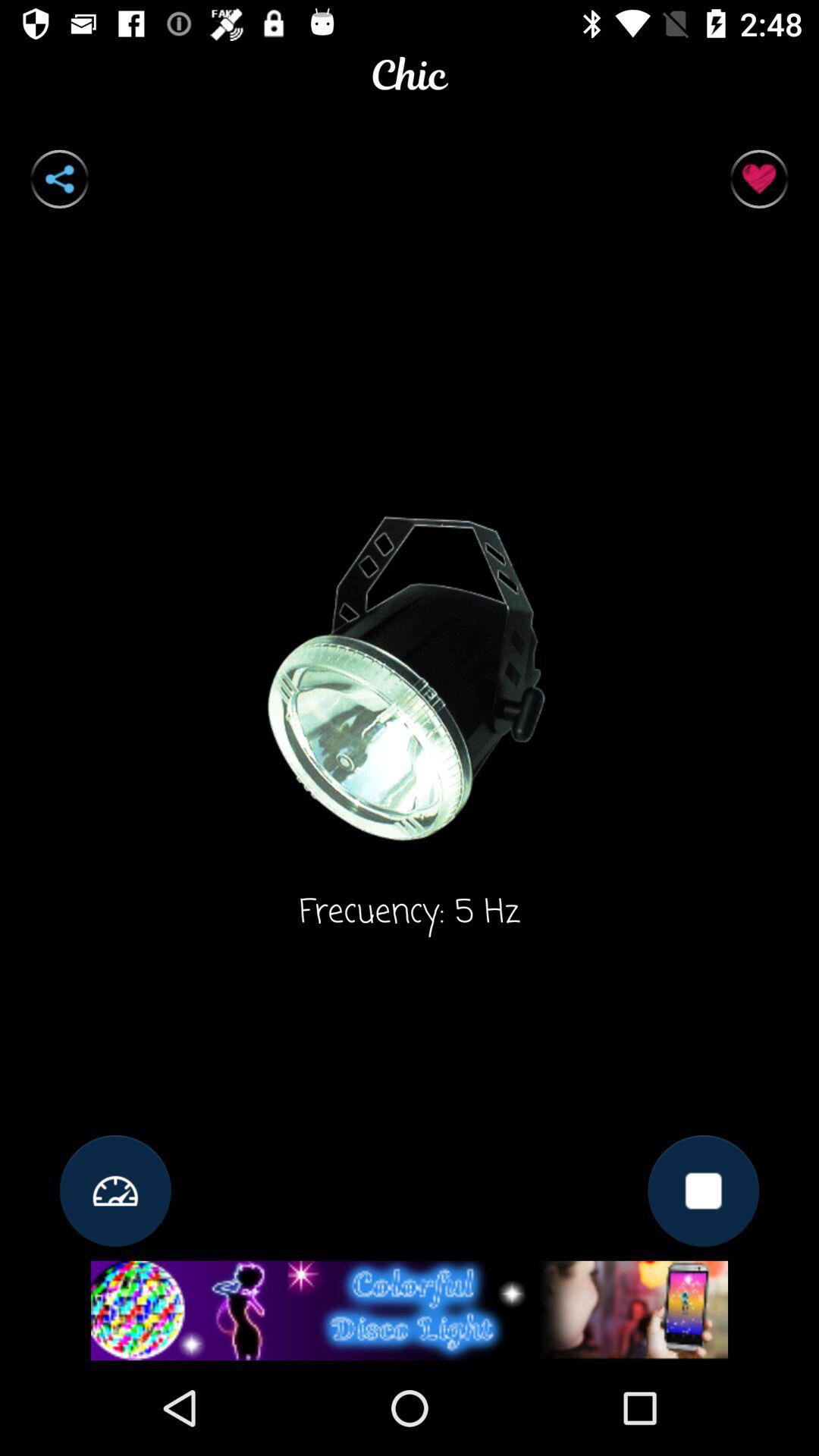 The height and width of the screenshot is (1456, 819). I want to click on the share icon, so click(58, 179).